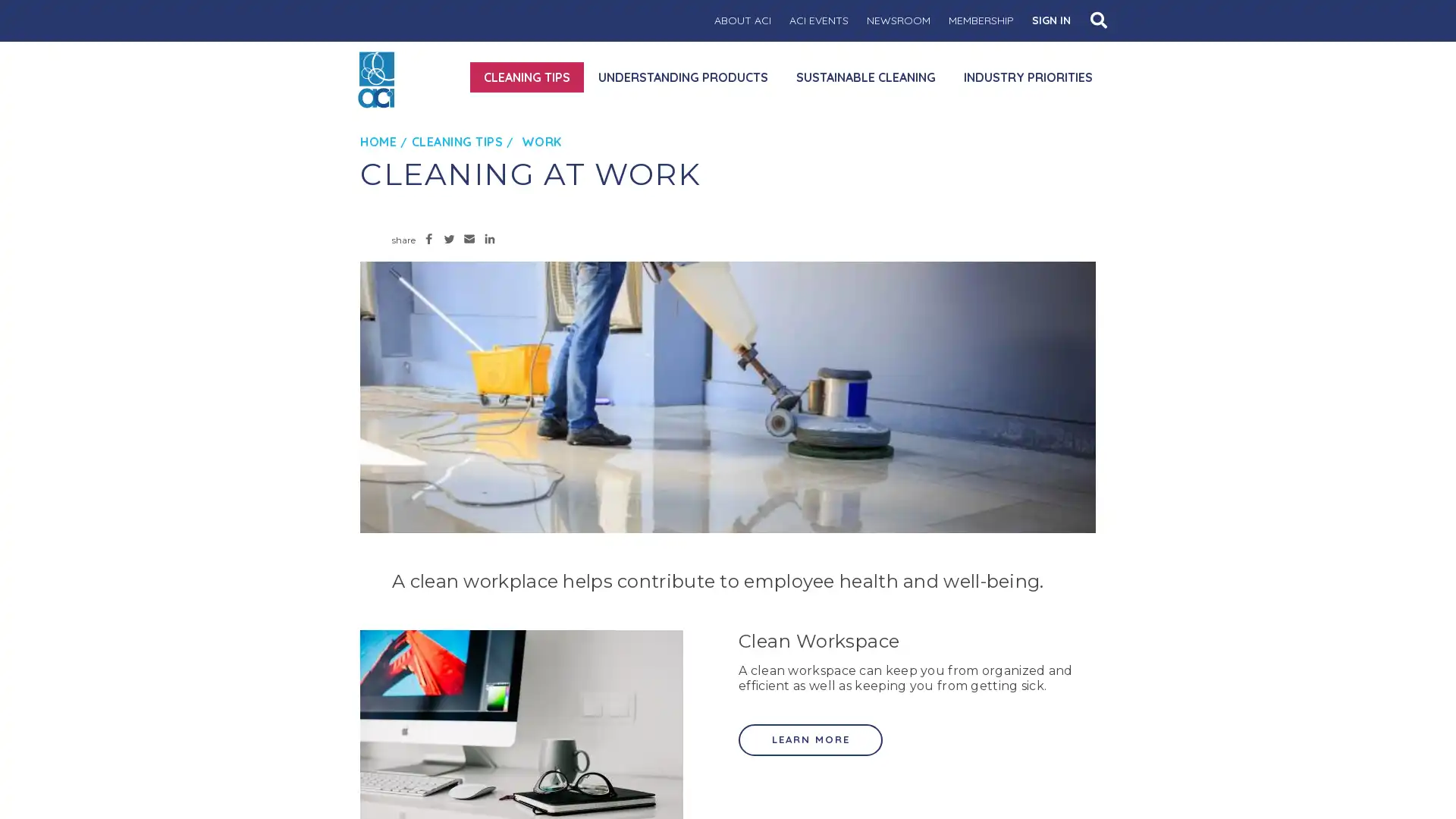 This screenshot has width=1456, height=819. I want to click on Share to Email, so click(464, 239).